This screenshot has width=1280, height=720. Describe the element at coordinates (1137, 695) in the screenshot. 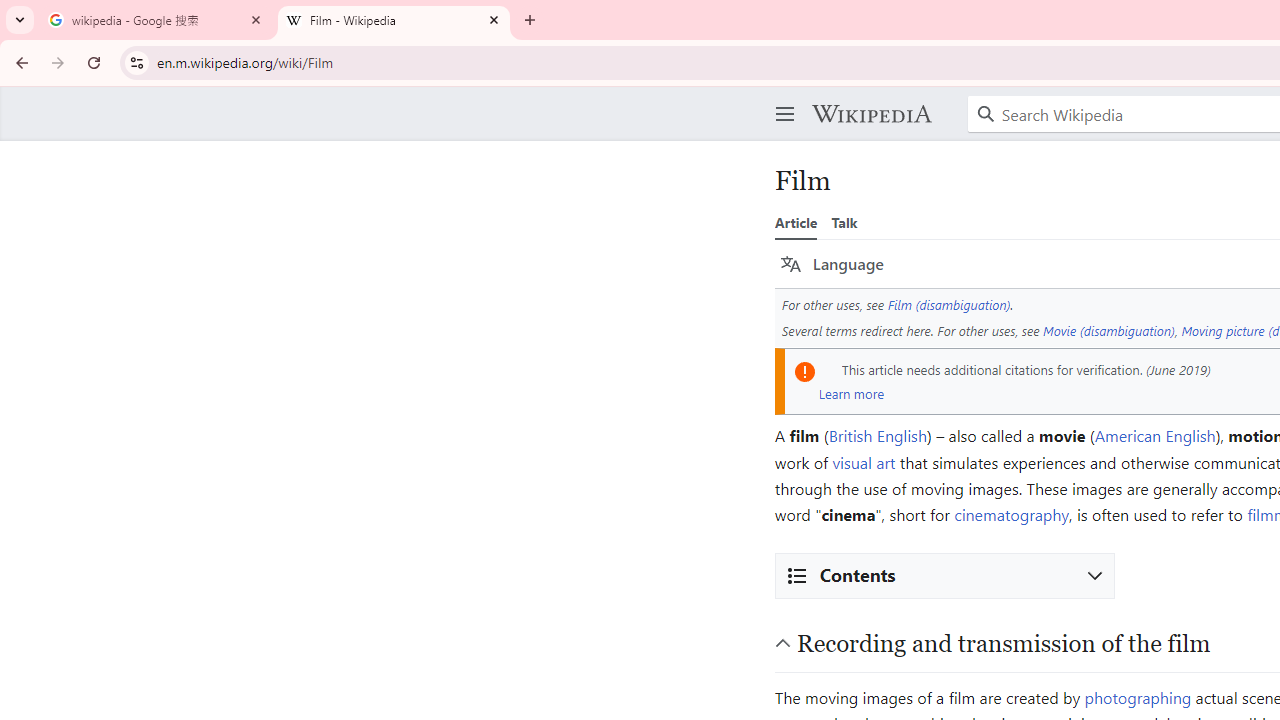

I see `'photographing'` at that location.